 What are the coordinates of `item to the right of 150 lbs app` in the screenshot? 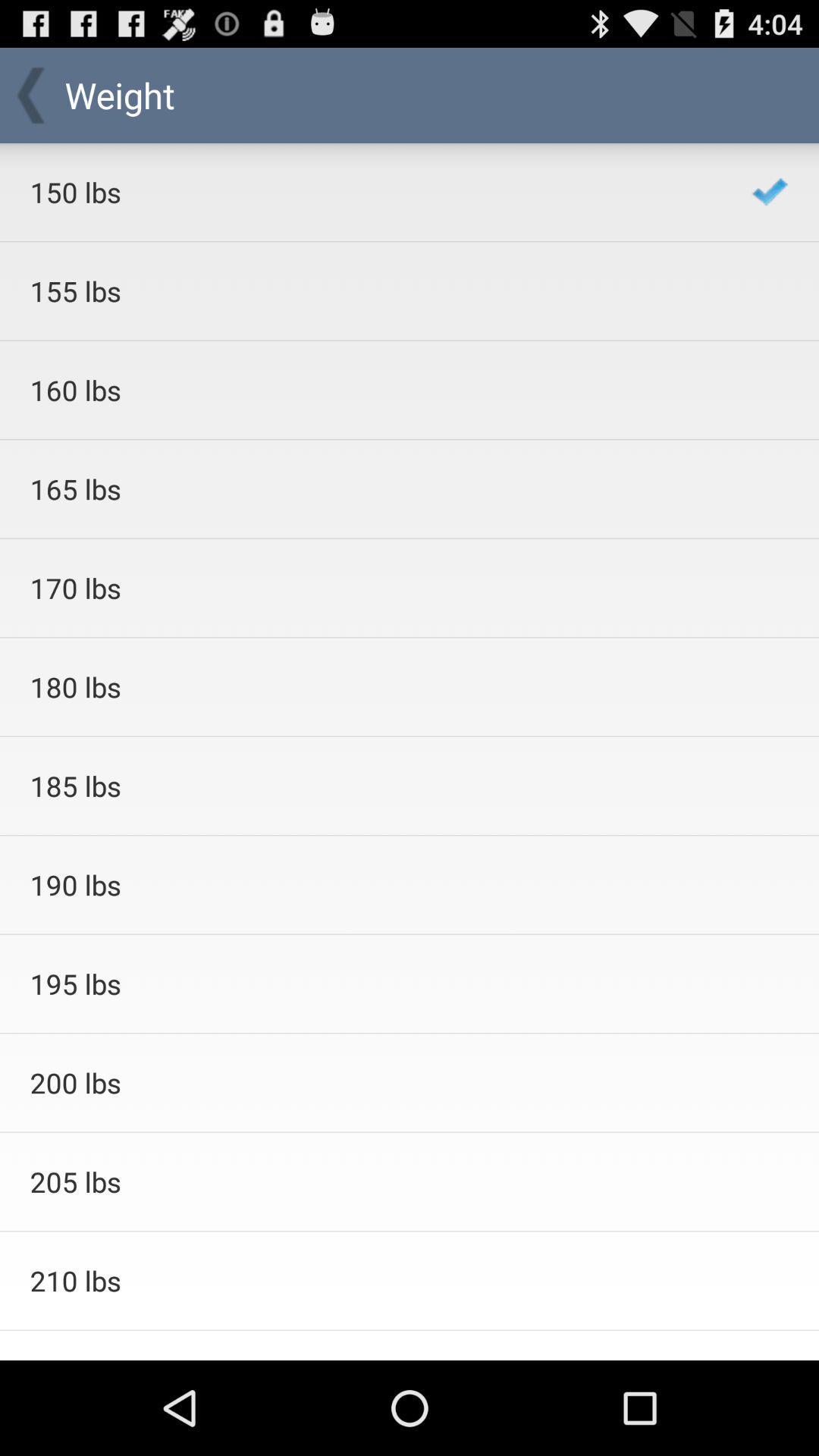 It's located at (770, 191).